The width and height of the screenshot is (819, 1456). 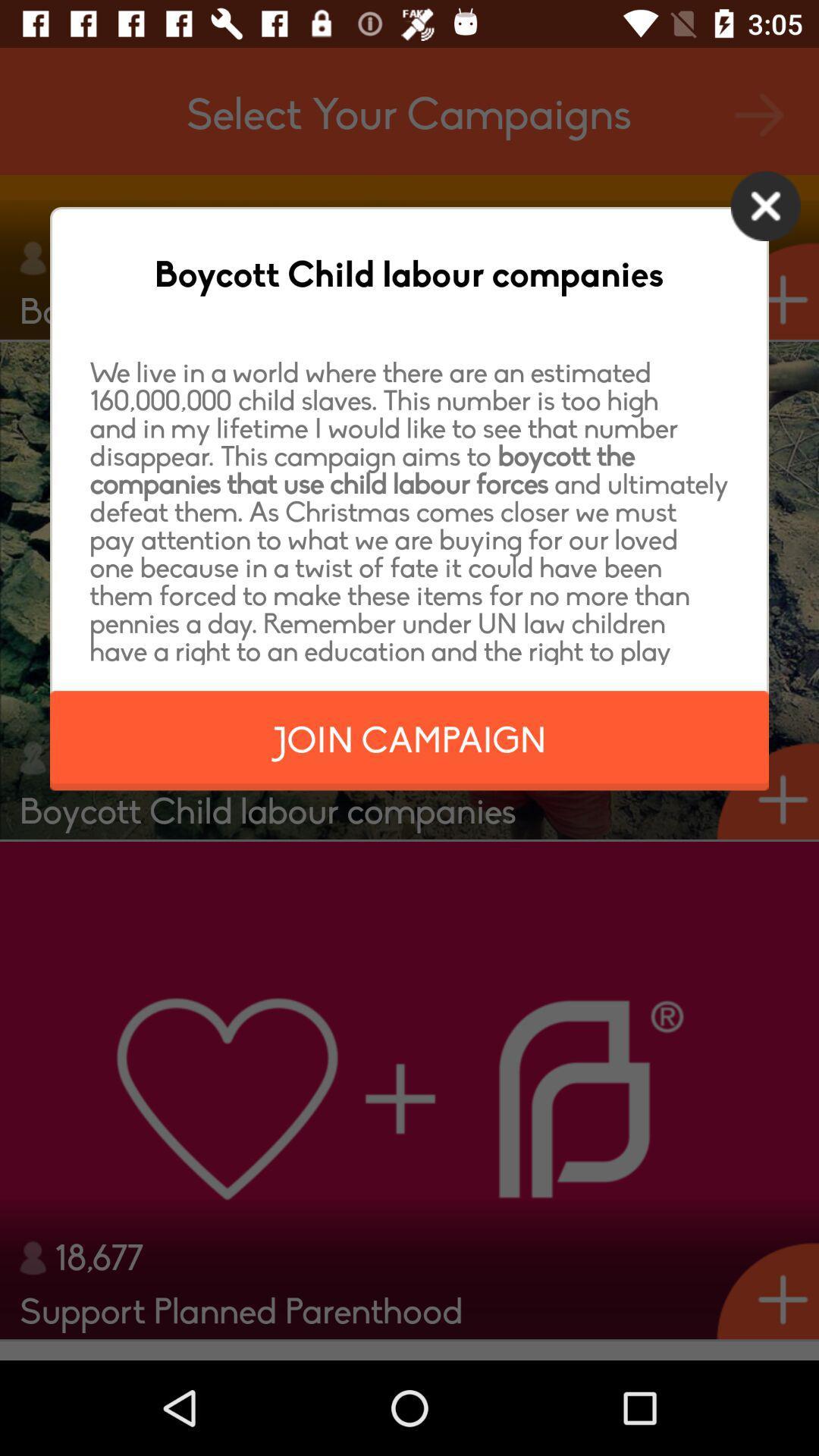 What do you see at coordinates (765, 205) in the screenshot?
I see `the icon next to the boycott child labour icon` at bounding box center [765, 205].